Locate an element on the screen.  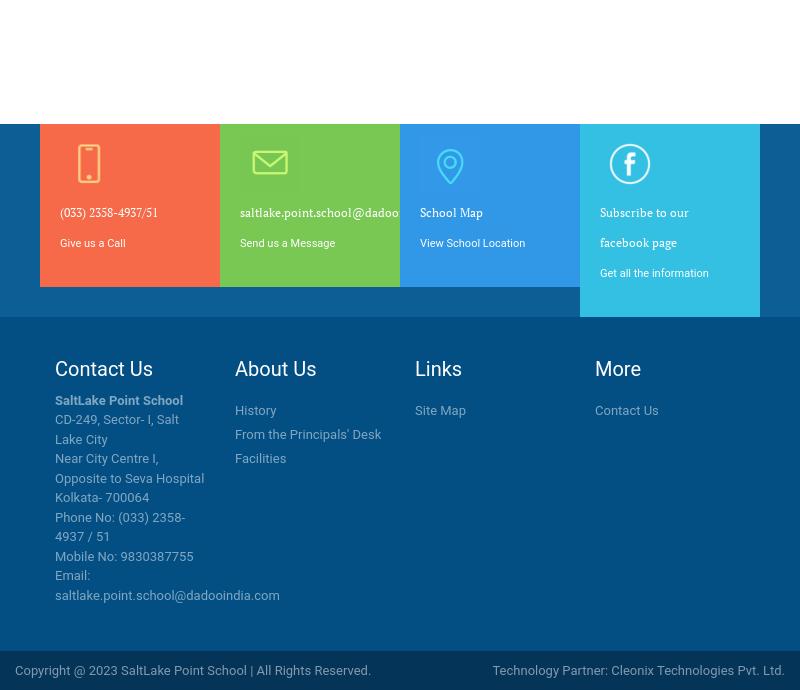
'Mobile No: 9830387755' is located at coordinates (123, 555).